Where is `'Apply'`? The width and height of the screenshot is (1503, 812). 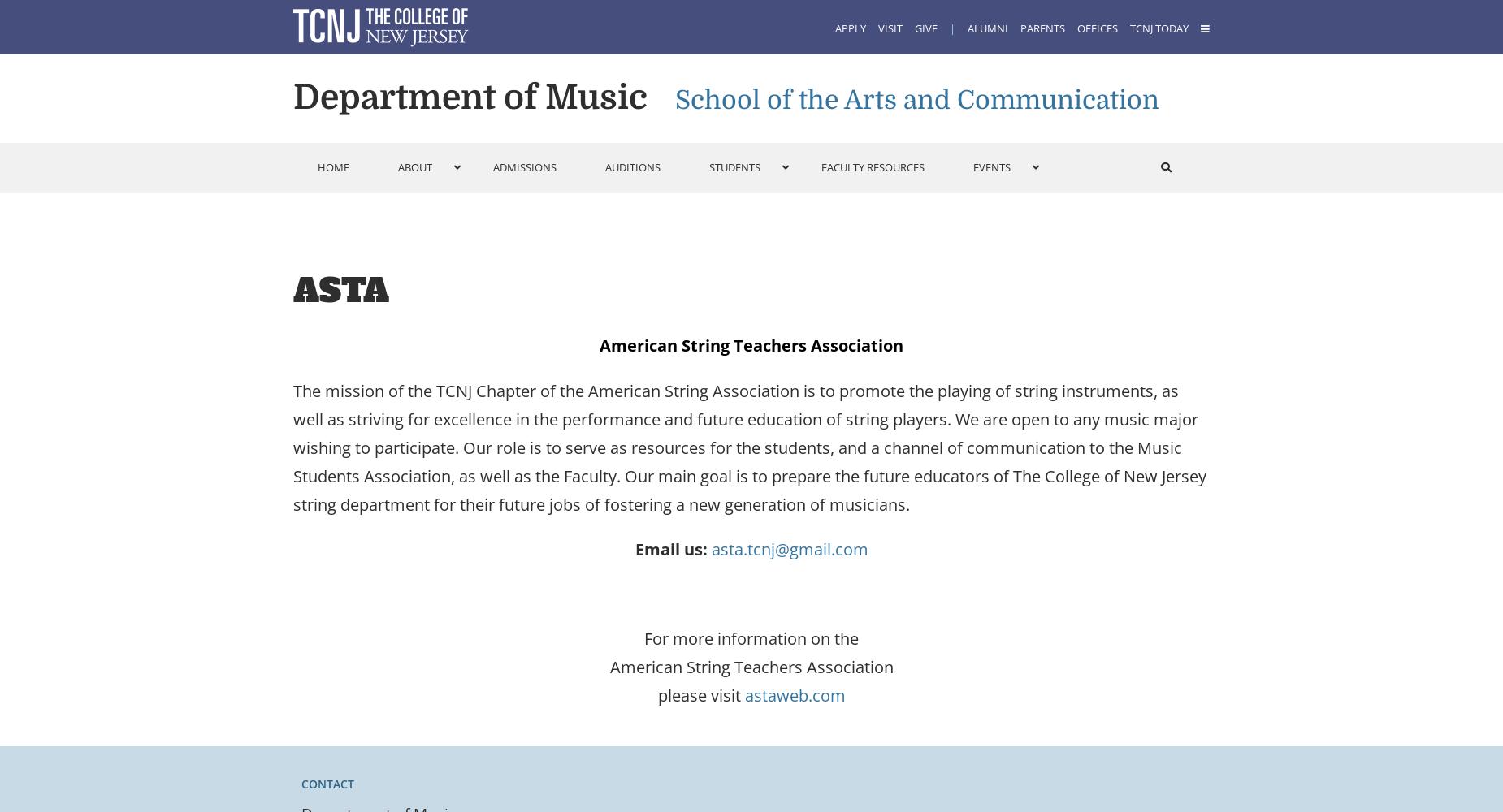 'Apply' is located at coordinates (848, 28).